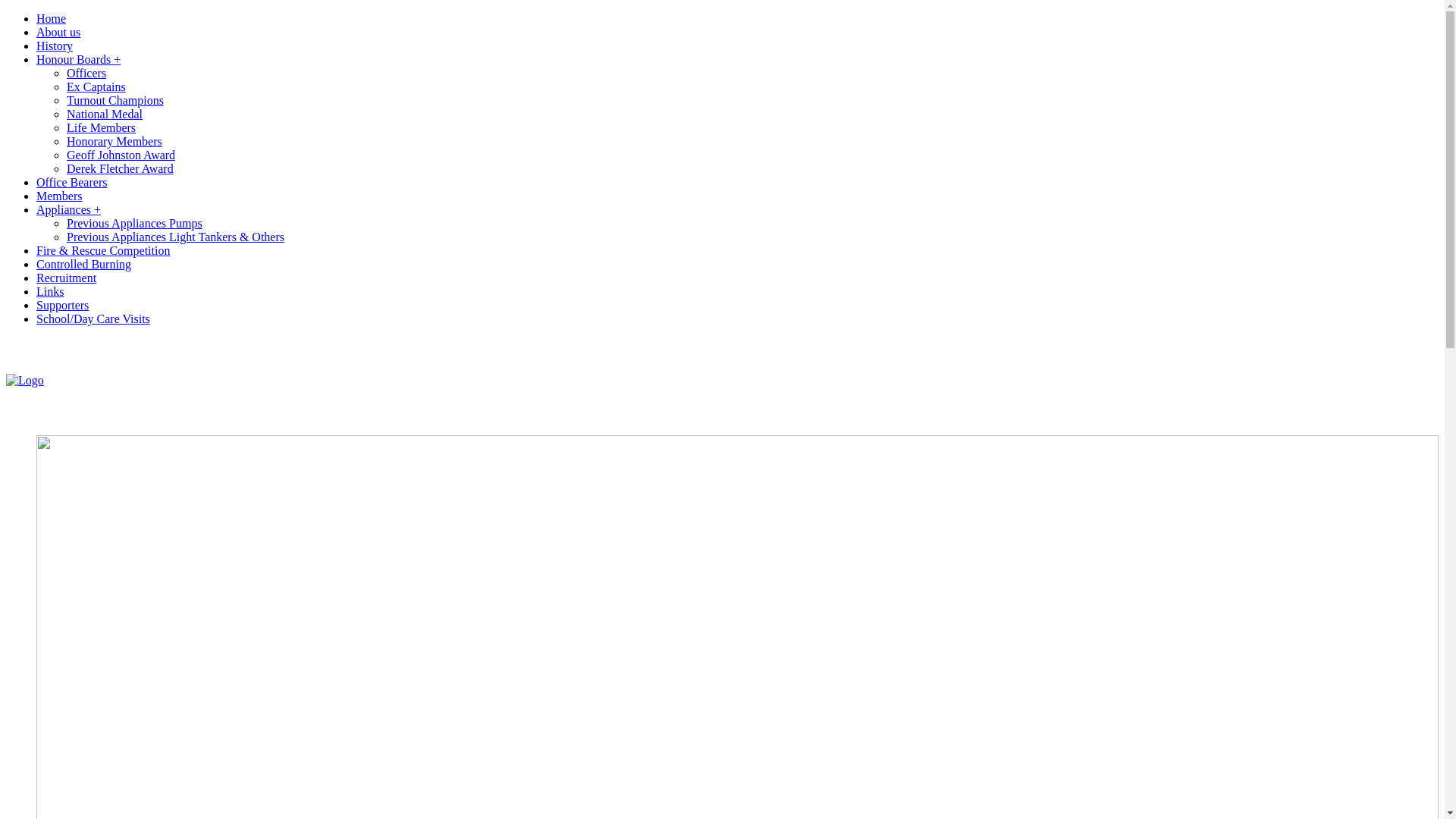 Image resolution: width=1456 pixels, height=819 pixels. I want to click on 'National Medal', so click(104, 113).